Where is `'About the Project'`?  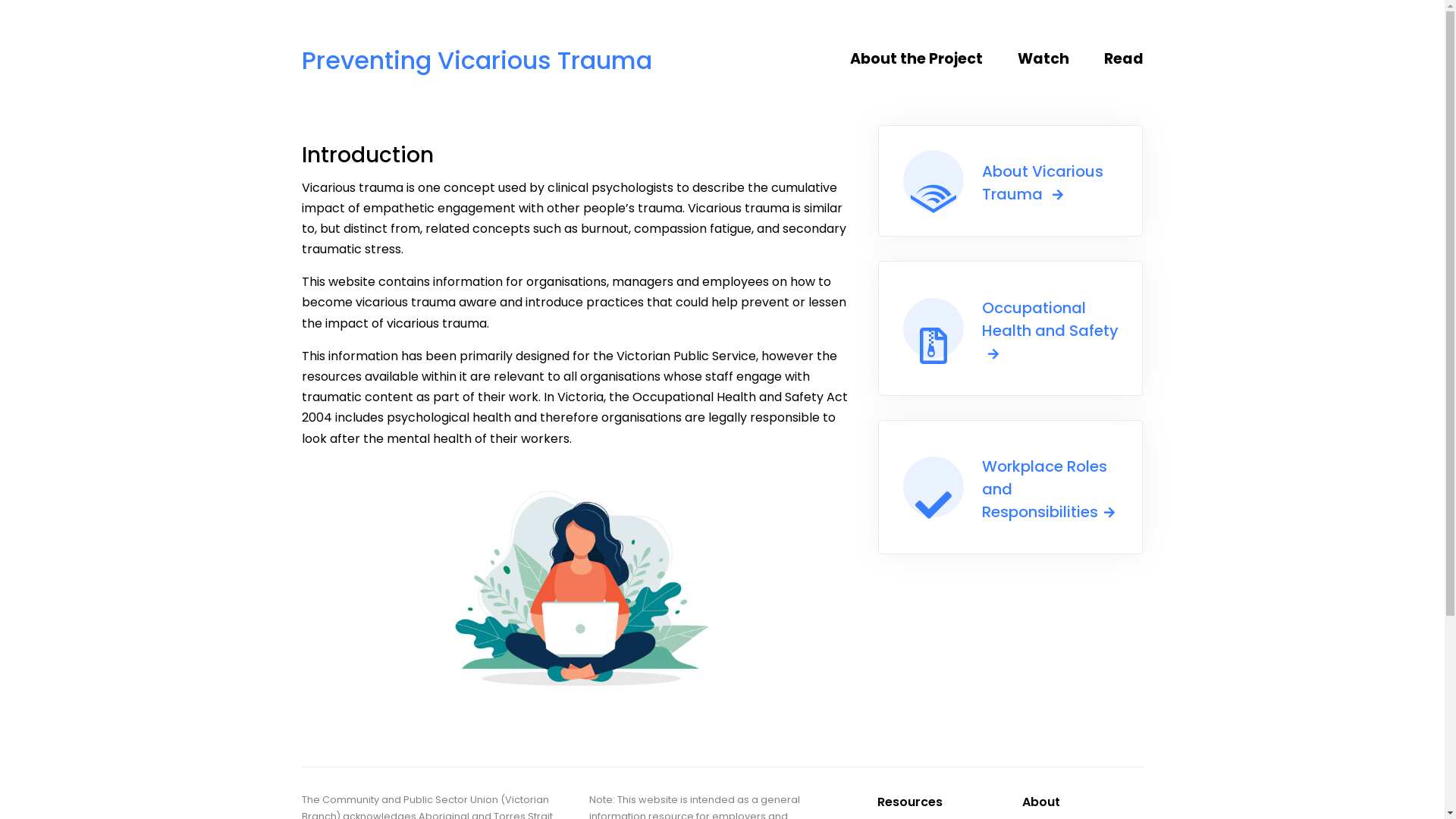
'About the Project' is located at coordinates (927, 58).